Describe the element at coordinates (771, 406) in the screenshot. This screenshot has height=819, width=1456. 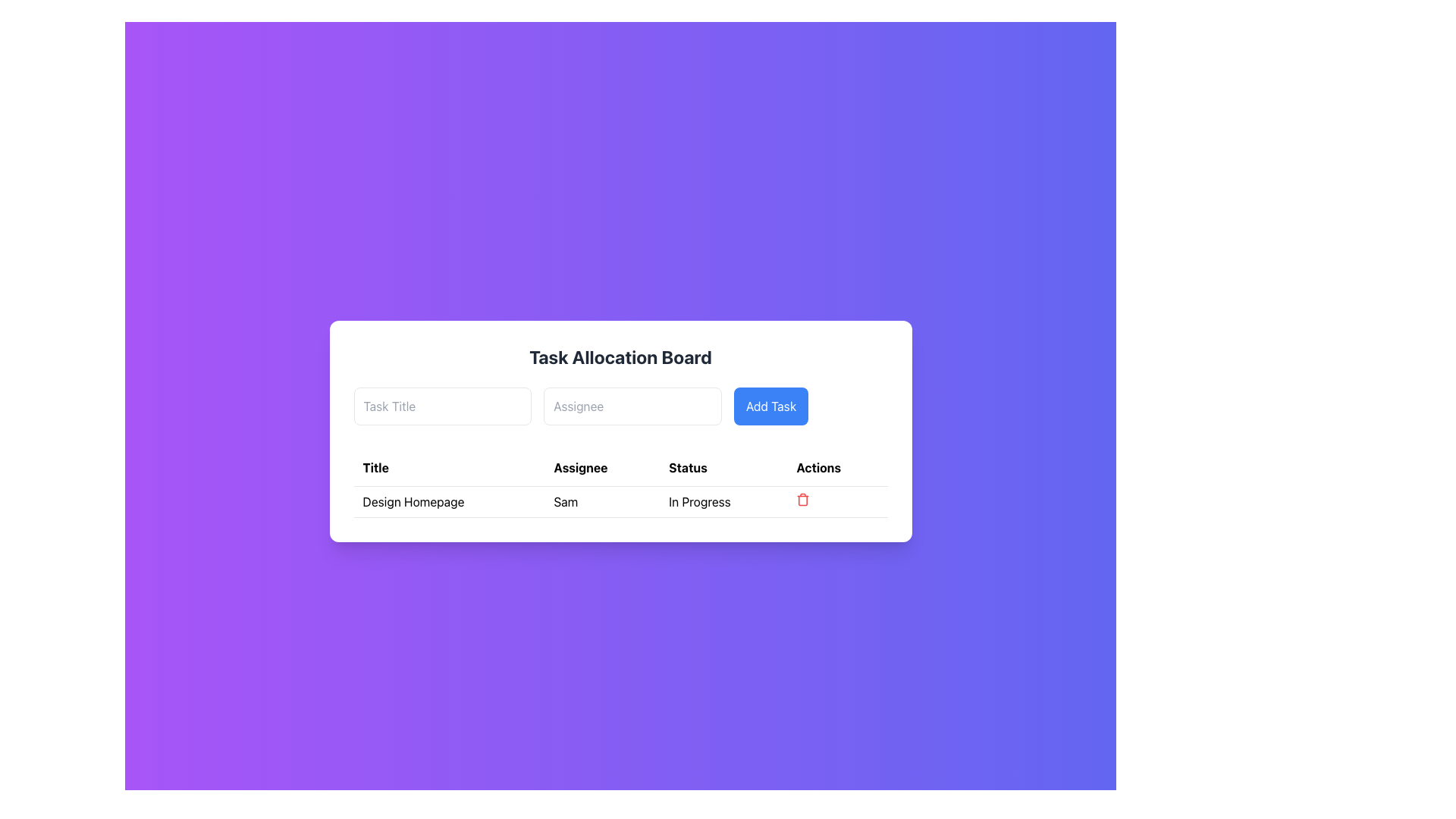
I see `the 'Add Task' button, which is a rectangular button with a blue background and rounded corners` at that location.